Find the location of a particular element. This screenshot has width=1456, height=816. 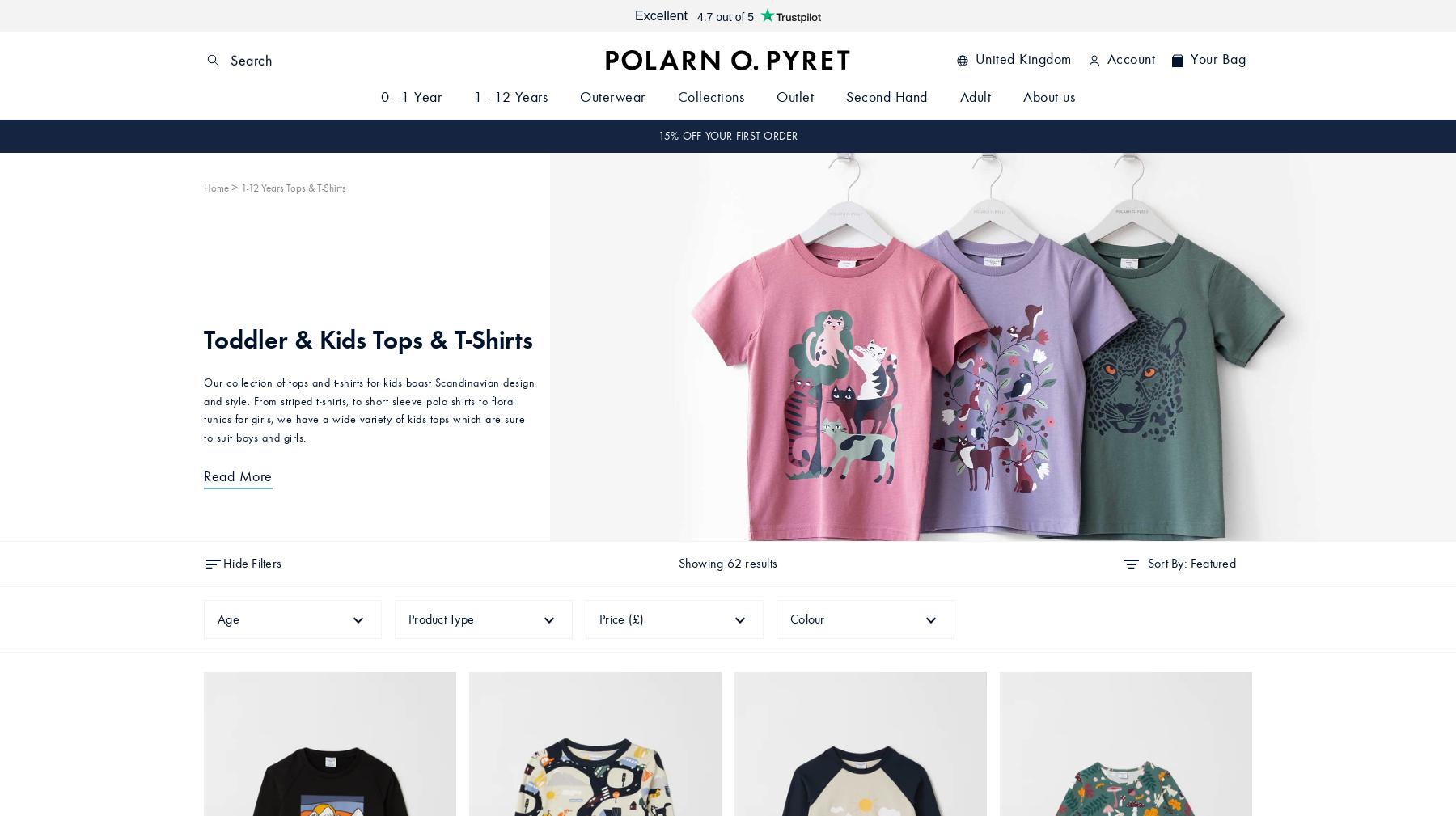

'0' is located at coordinates (1175, 59).